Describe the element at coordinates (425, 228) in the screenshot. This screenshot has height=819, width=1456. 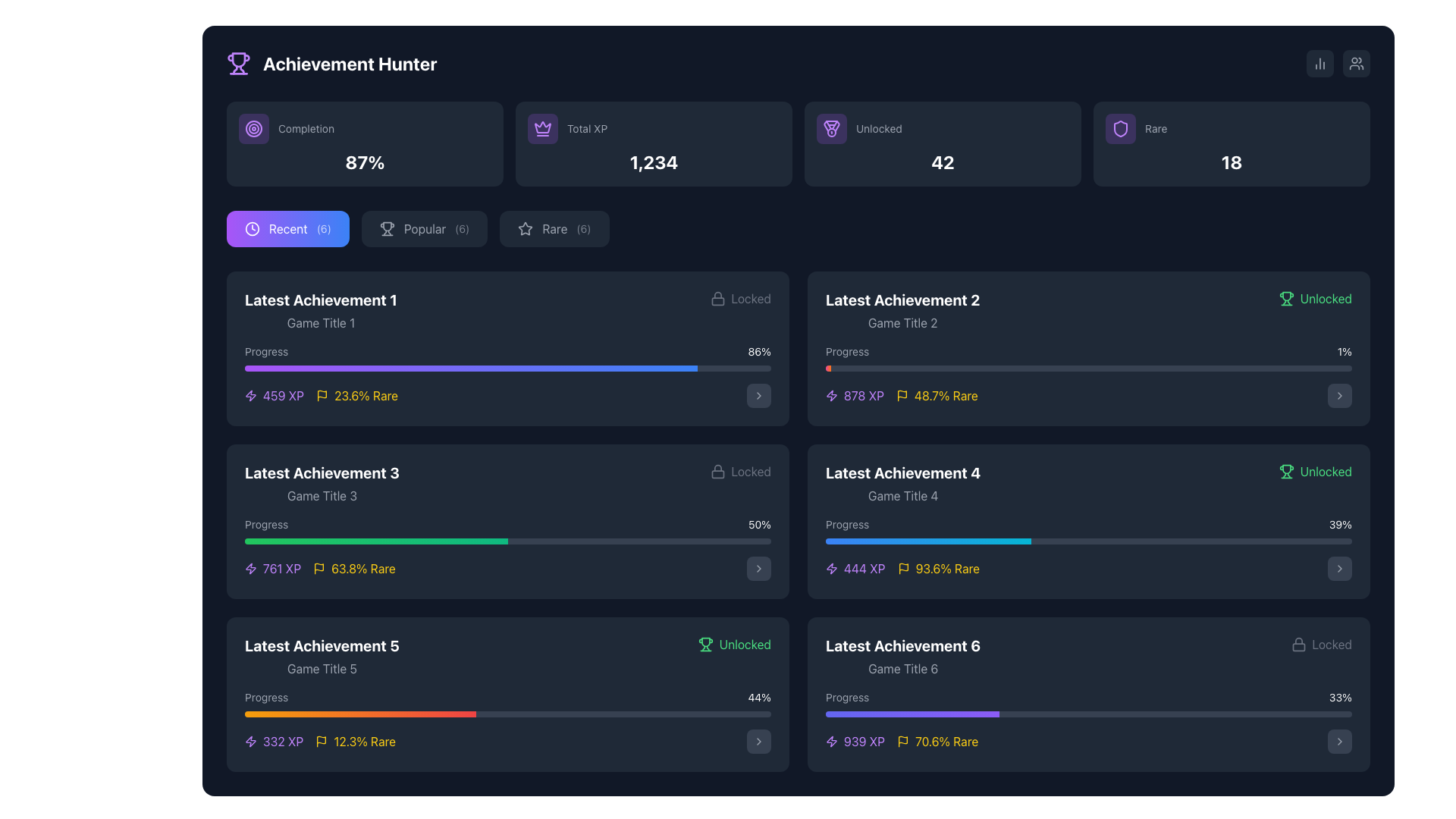
I see `the 'Popular' button, which is the second button in a row of three buttons, to filter items categorized under the 'Popular' tag` at that location.